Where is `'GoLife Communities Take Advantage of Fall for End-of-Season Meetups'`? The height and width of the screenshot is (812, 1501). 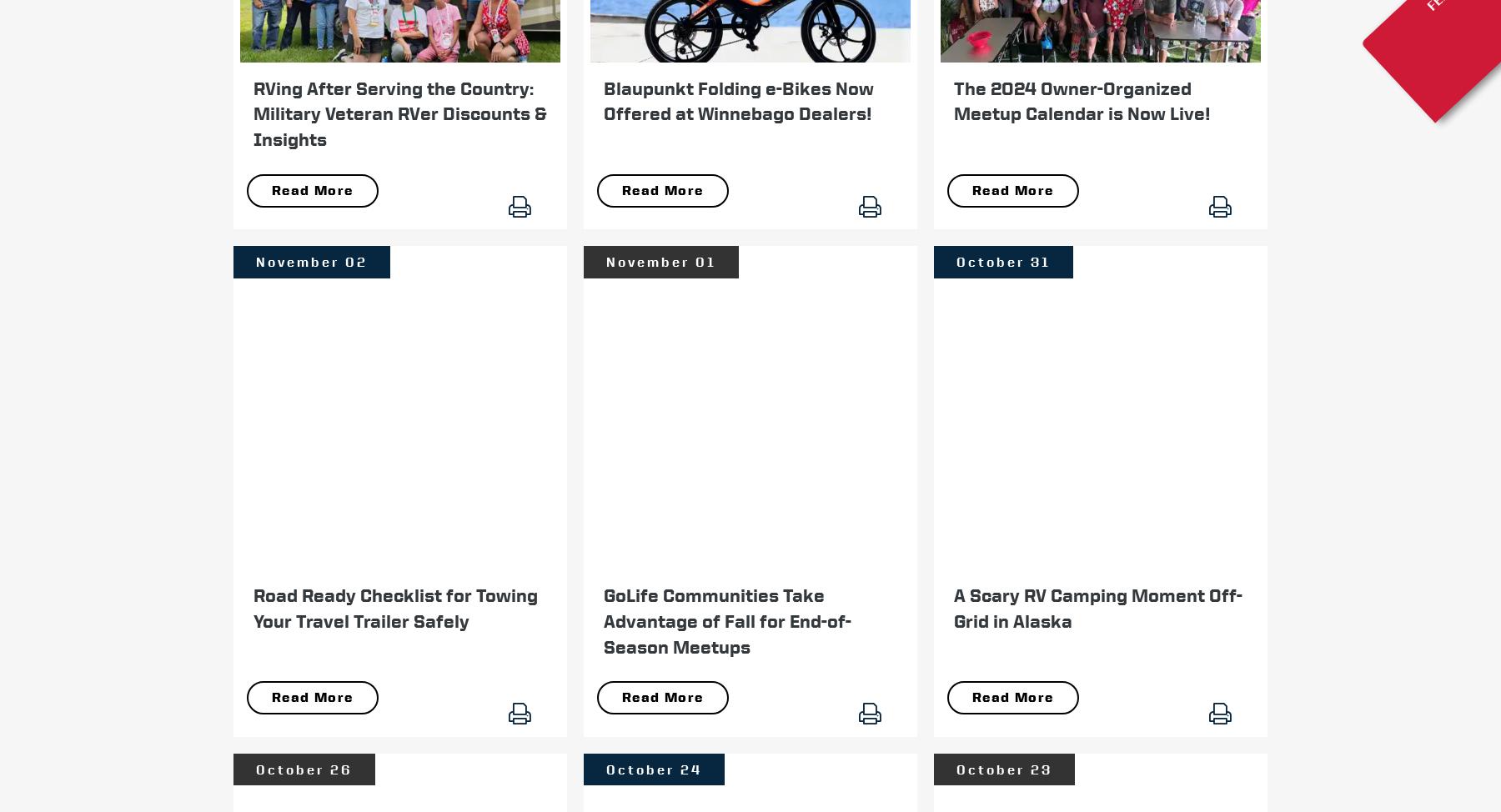 'GoLife Communities Take Advantage of Fall for End-of-Season Meetups' is located at coordinates (727, 619).